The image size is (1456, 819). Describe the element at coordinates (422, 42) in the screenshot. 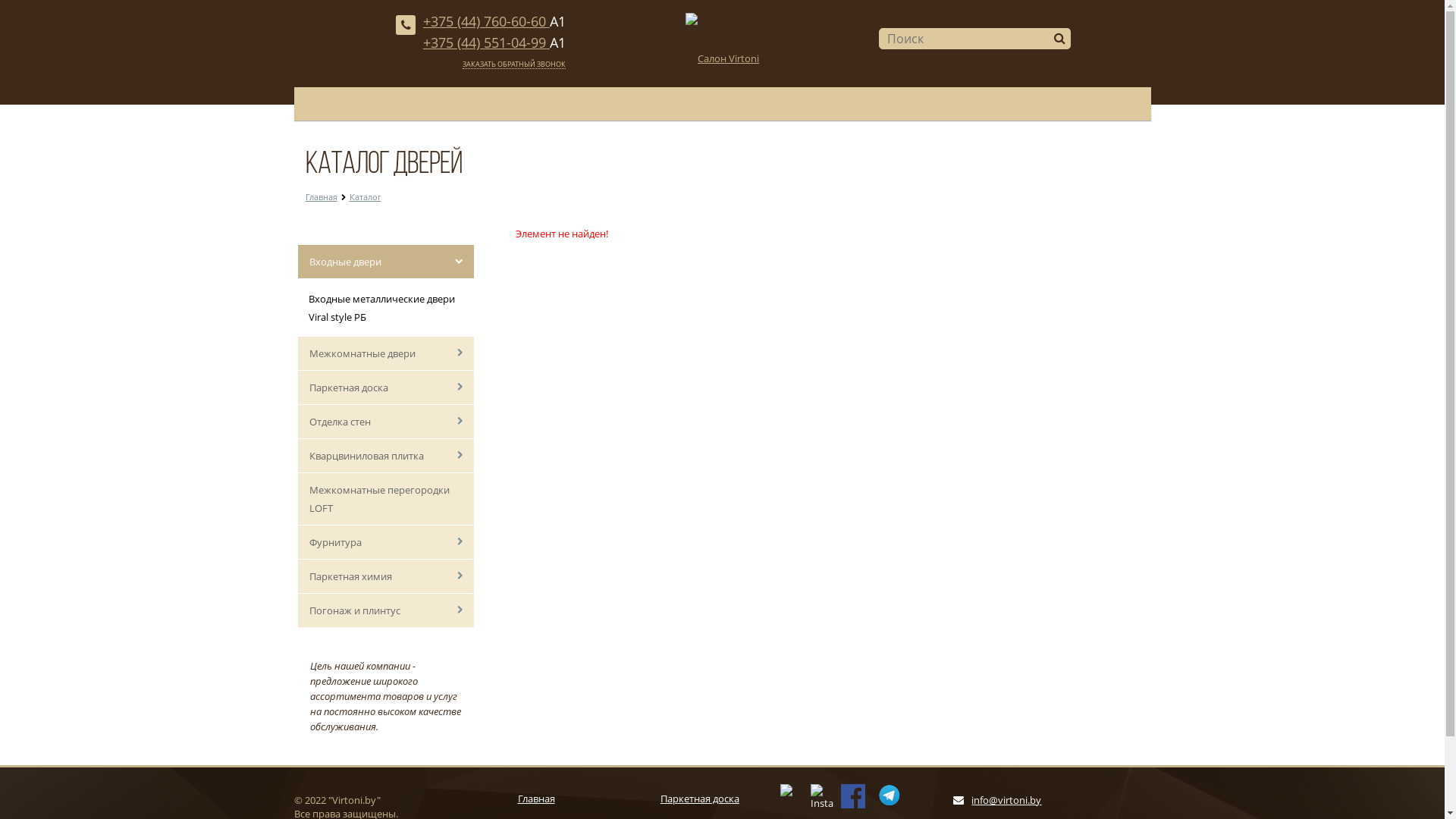

I see `'+375 (44) 551-04-99'` at that location.